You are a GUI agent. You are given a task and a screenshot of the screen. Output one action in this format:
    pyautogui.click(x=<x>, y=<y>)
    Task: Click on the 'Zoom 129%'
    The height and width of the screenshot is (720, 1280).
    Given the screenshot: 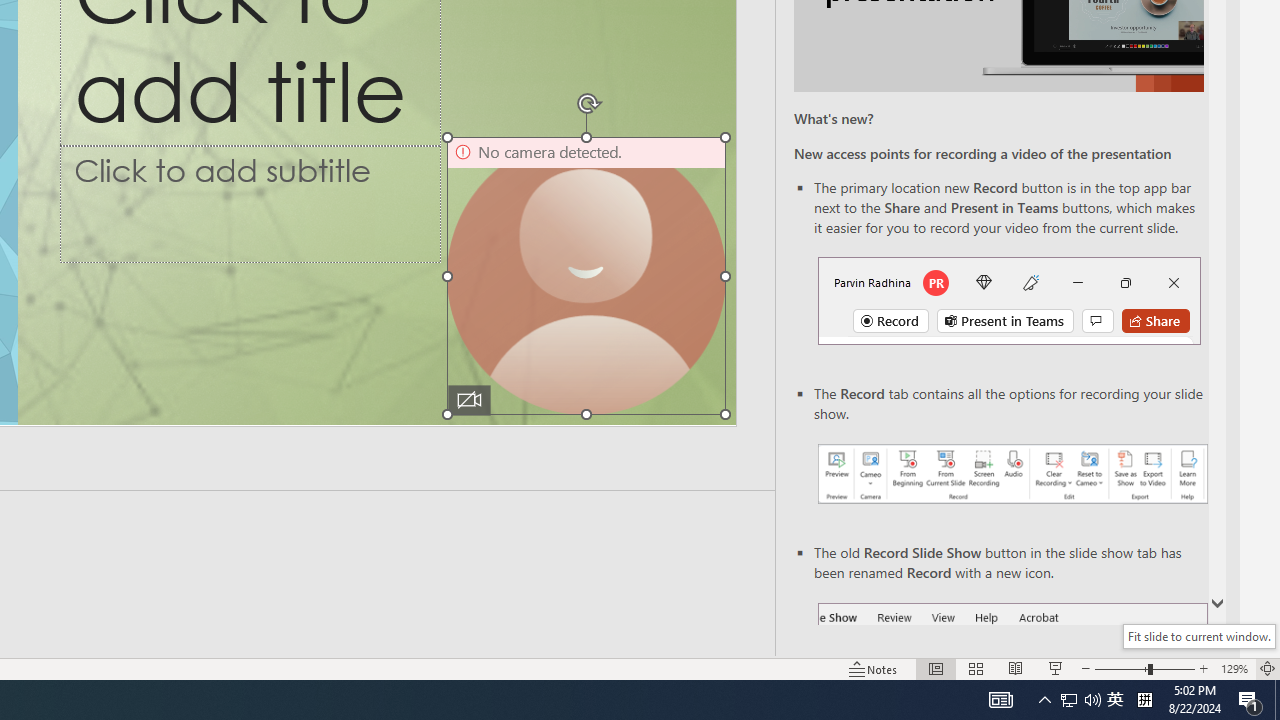 What is the action you would take?
    pyautogui.click(x=1233, y=669)
    